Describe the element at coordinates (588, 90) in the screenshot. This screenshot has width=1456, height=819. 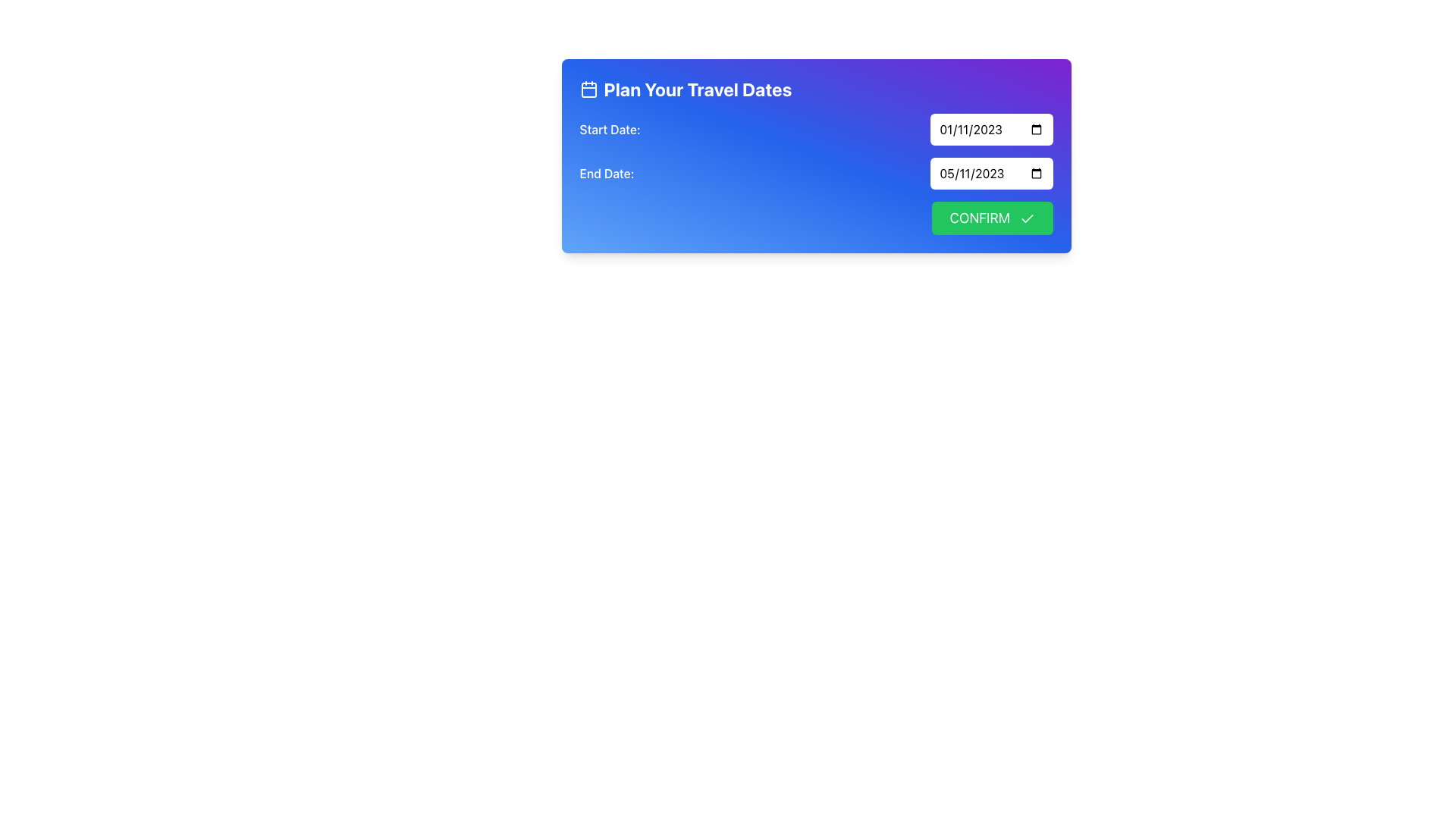
I see `the blue square with rounded corners within the calendar icon located on the left side of the plan-your-travel-dates header` at that location.